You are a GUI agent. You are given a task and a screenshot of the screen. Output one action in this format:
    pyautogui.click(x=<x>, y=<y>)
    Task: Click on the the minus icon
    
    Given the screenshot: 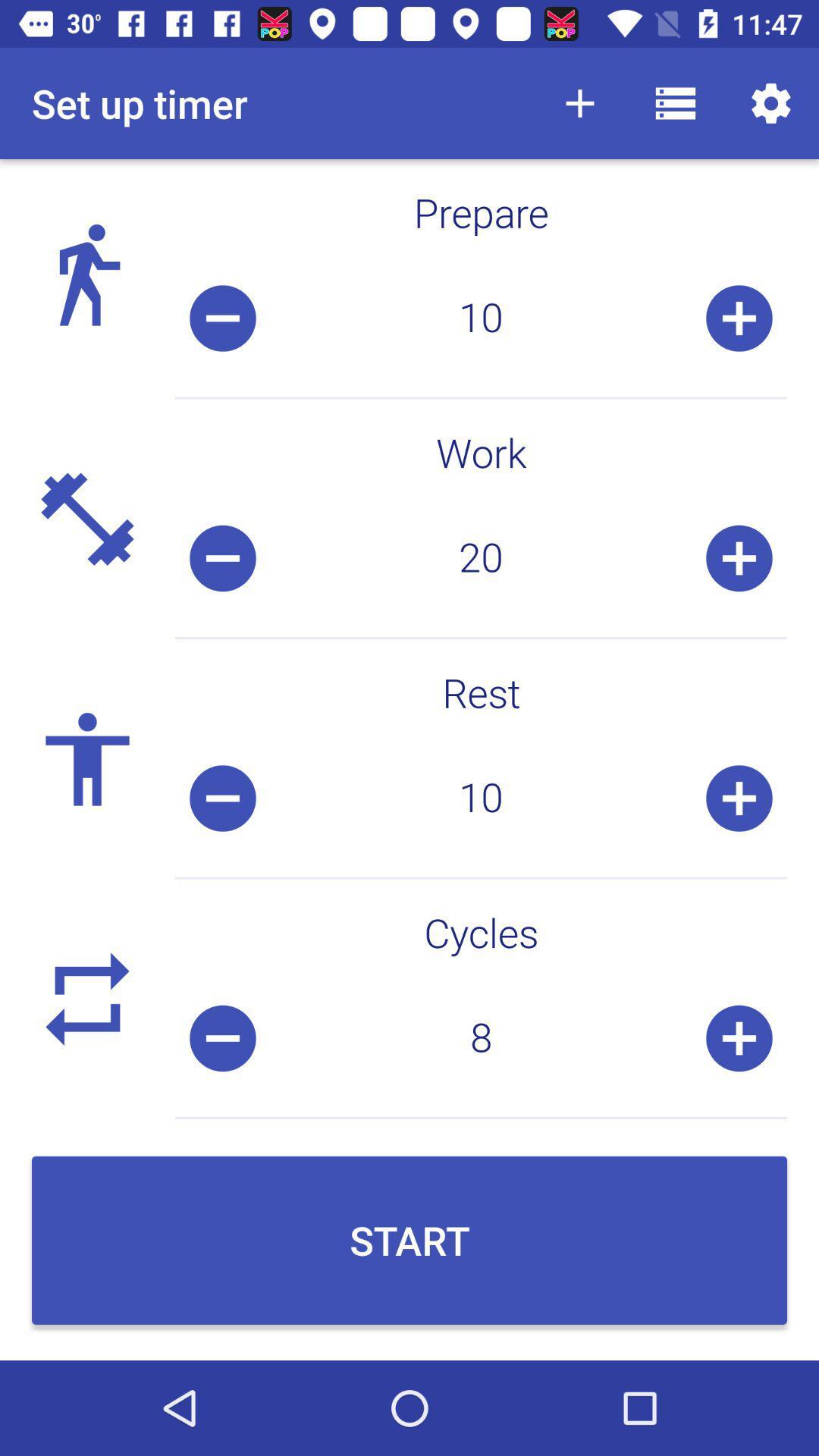 What is the action you would take?
    pyautogui.click(x=222, y=318)
    